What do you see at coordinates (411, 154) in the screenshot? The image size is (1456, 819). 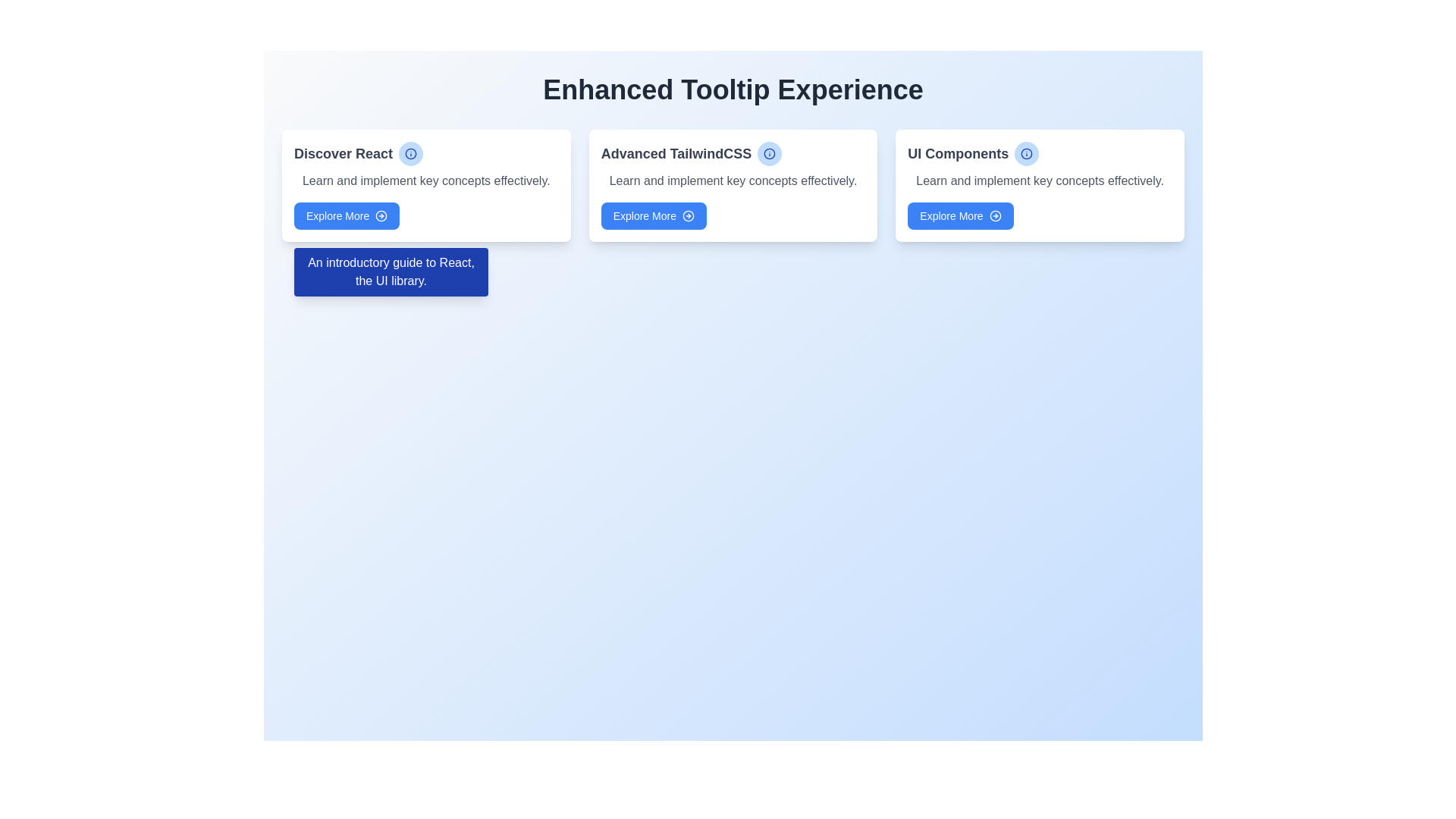 I see `the circular icon with a blue ring and an inner exclamation mark located at the top right corner of the Discover React card` at bounding box center [411, 154].